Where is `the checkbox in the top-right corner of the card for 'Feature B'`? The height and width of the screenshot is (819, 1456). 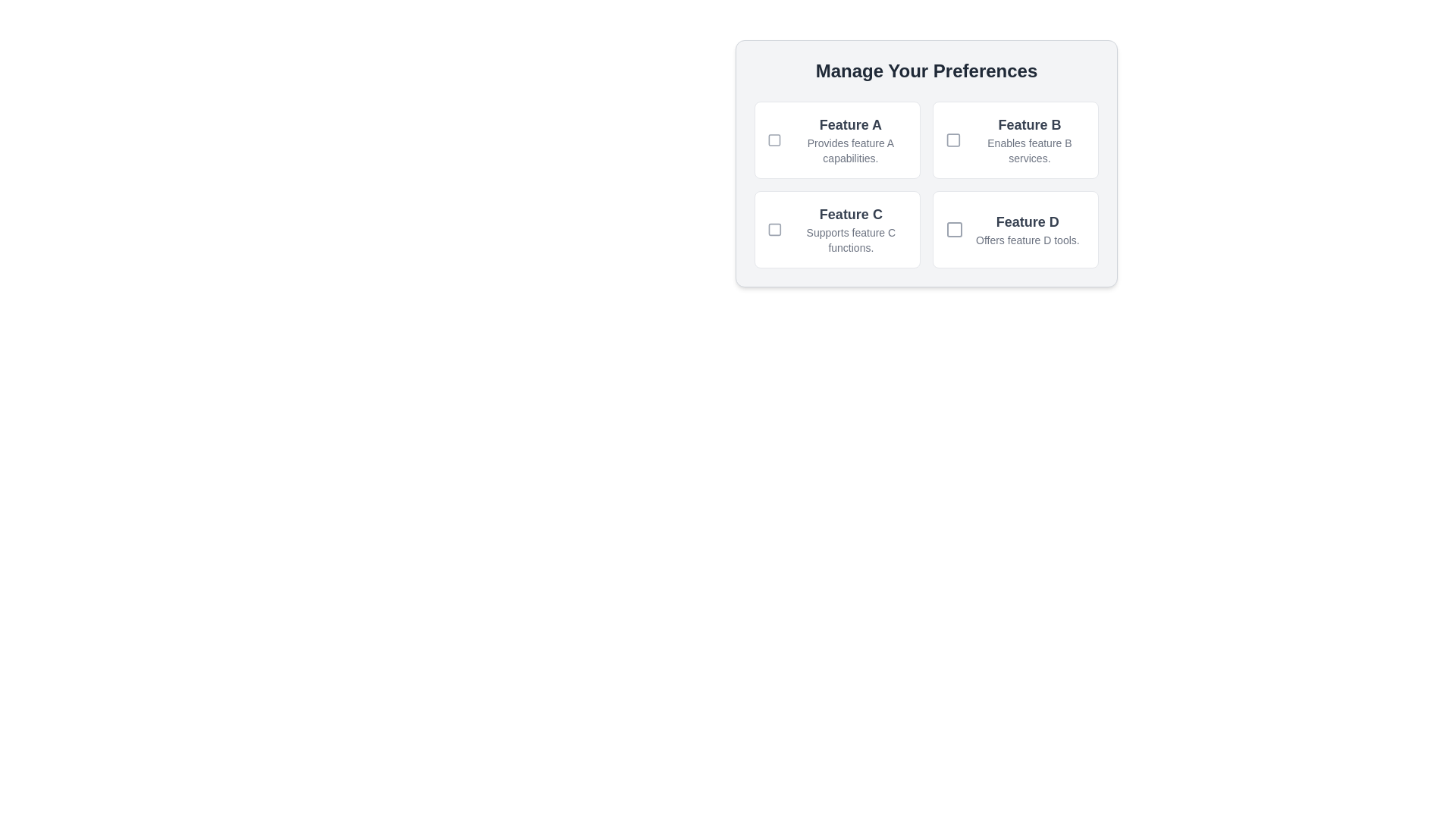 the checkbox in the top-right corner of the card for 'Feature B' is located at coordinates (1015, 140).